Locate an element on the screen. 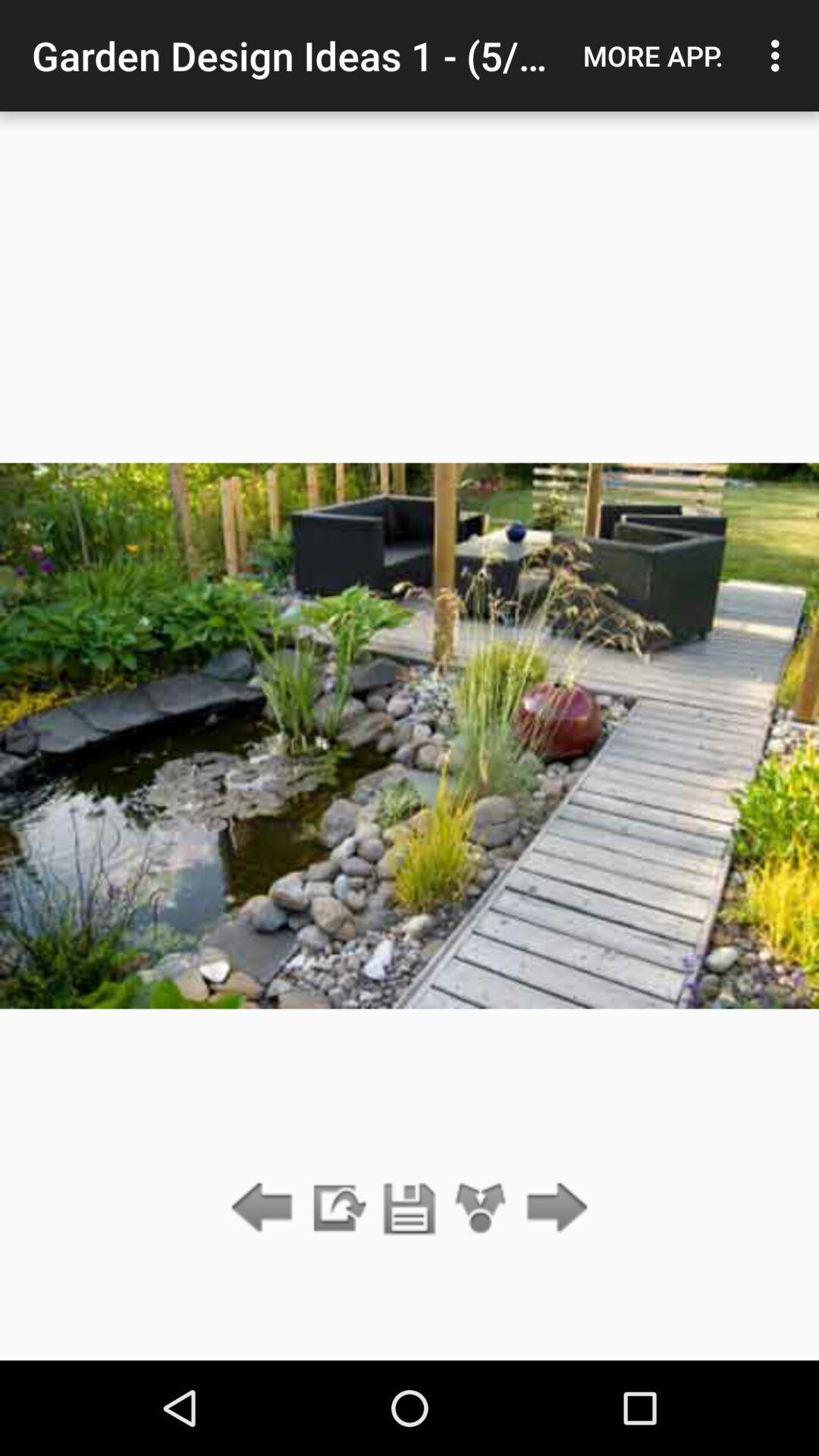  the launch icon is located at coordinates (337, 1208).